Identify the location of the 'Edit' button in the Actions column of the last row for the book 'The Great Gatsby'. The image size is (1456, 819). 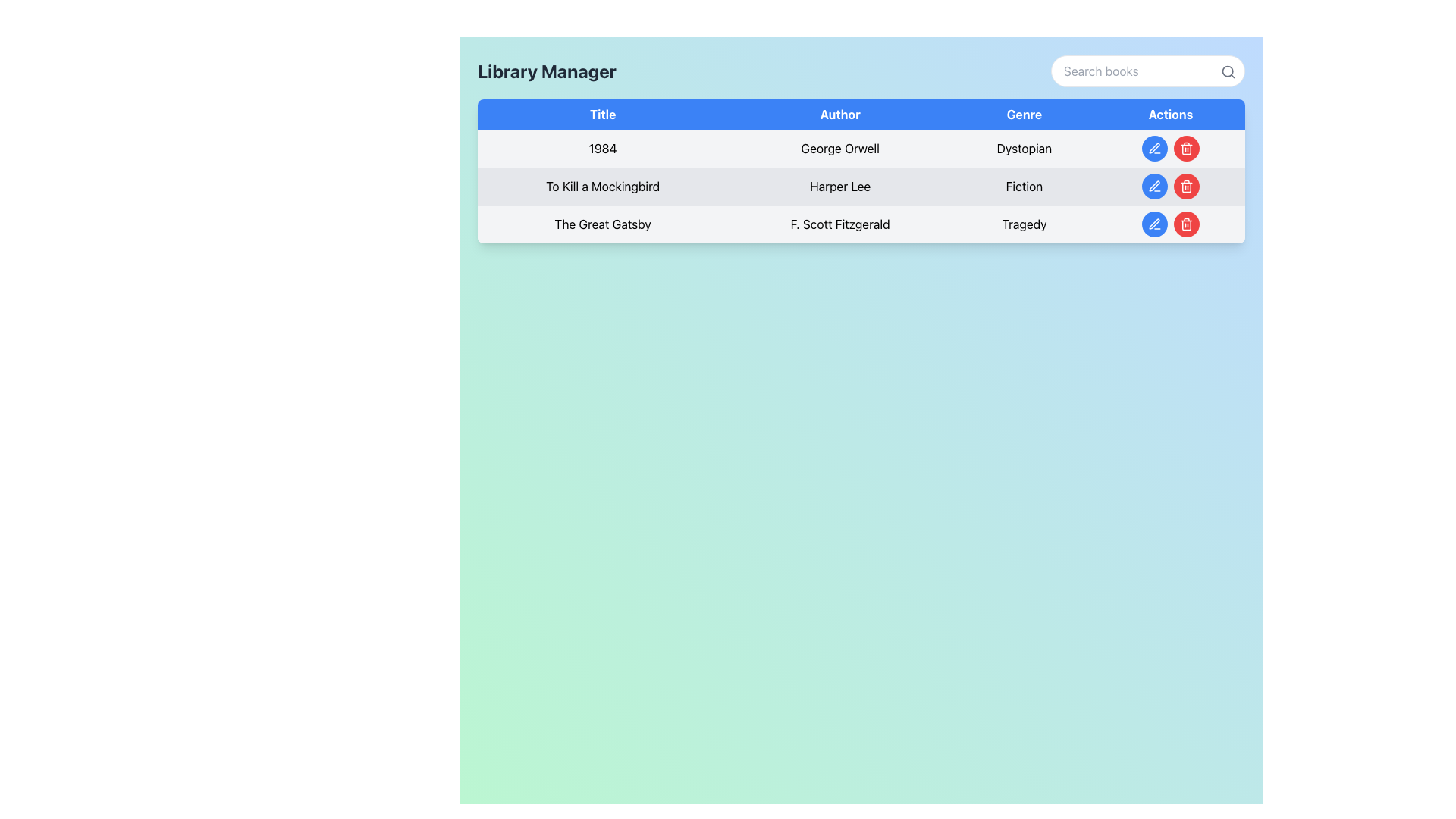
(1153, 224).